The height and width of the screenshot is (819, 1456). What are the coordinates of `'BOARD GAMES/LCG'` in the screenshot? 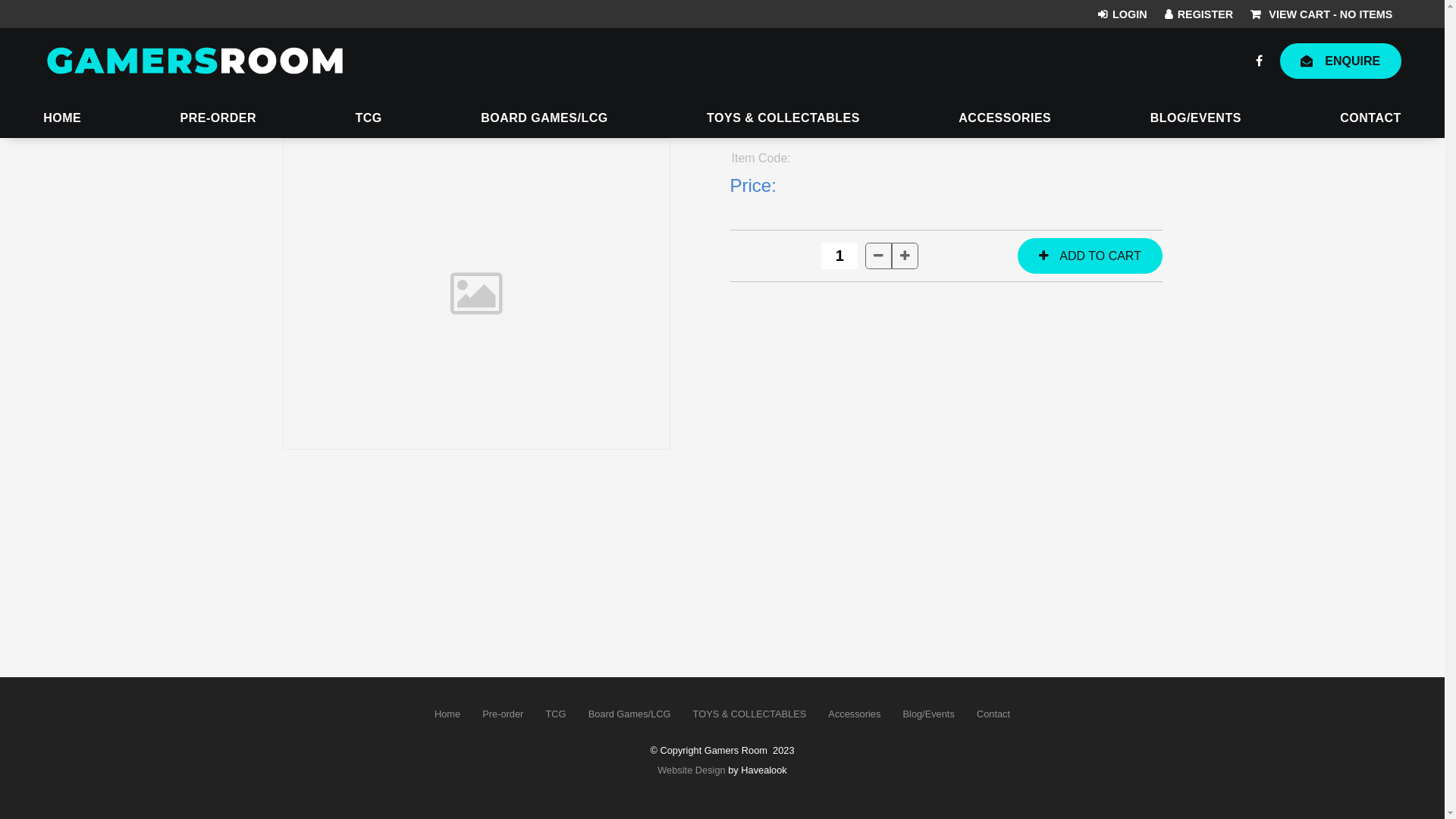 It's located at (544, 118).